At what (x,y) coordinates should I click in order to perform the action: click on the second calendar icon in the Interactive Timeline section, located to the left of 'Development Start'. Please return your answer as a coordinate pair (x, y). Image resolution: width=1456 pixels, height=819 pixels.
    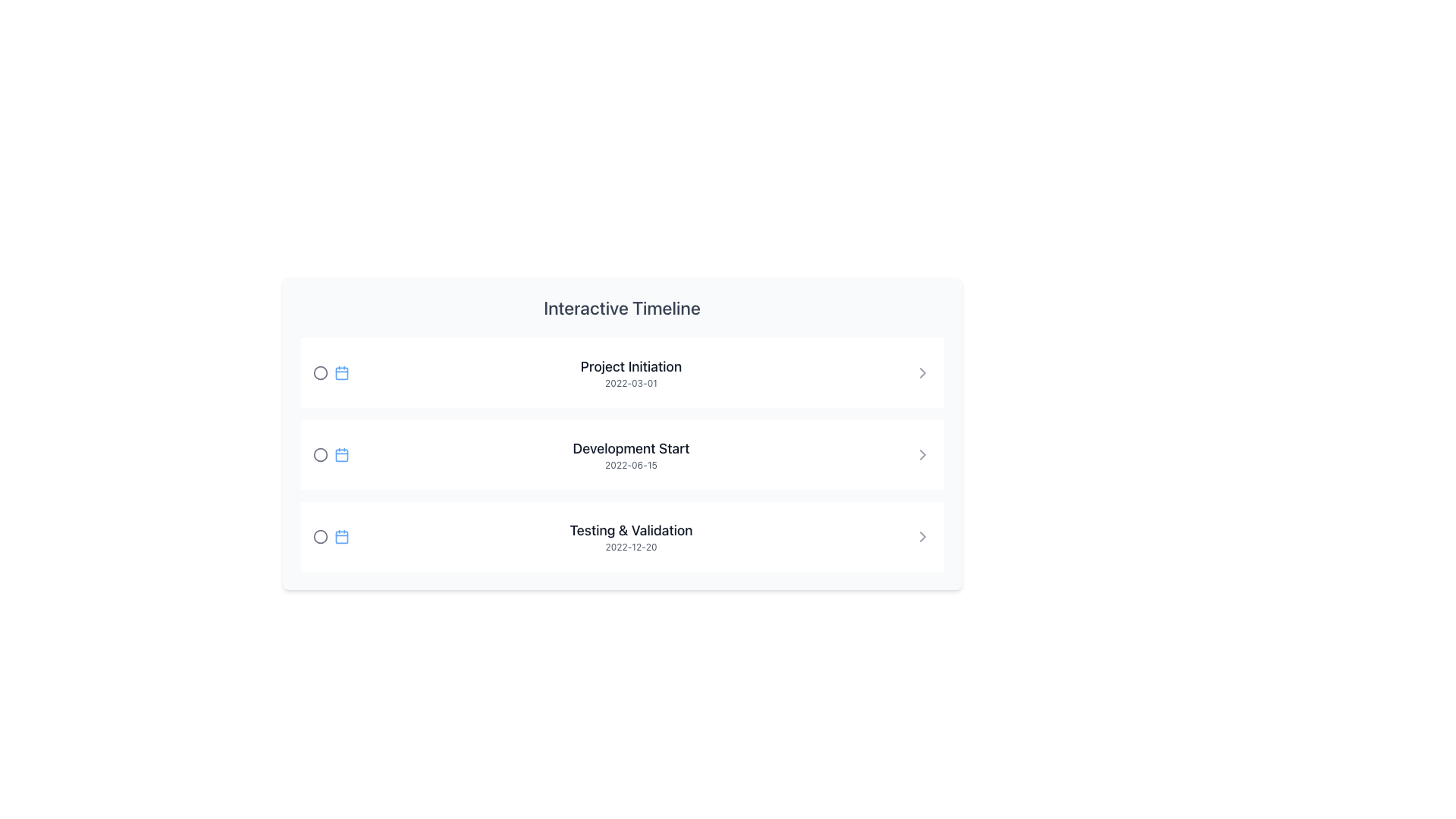
    Looking at the image, I should click on (340, 454).